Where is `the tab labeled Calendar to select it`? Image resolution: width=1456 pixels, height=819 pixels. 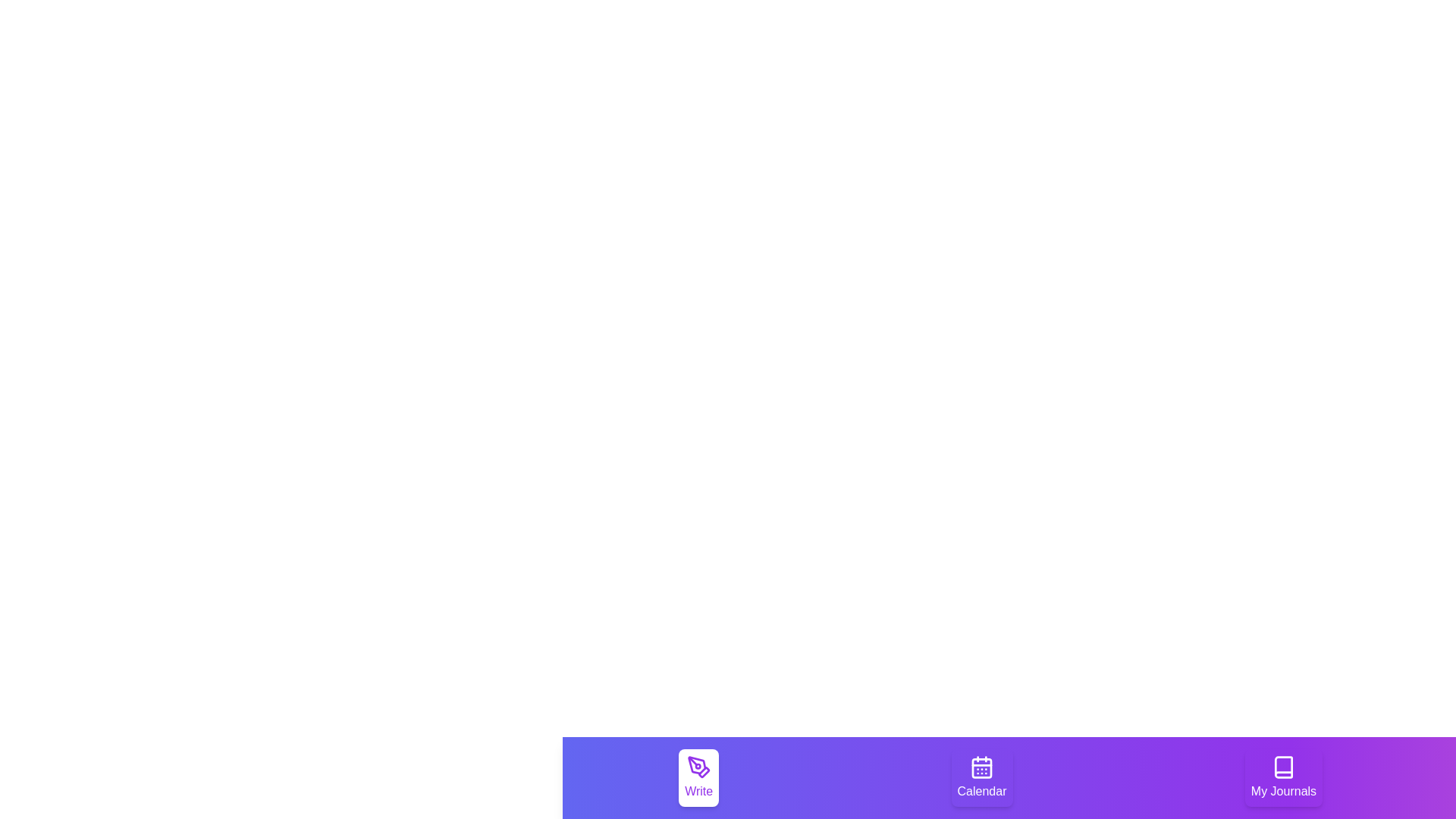 the tab labeled Calendar to select it is located at coordinates (982, 778).